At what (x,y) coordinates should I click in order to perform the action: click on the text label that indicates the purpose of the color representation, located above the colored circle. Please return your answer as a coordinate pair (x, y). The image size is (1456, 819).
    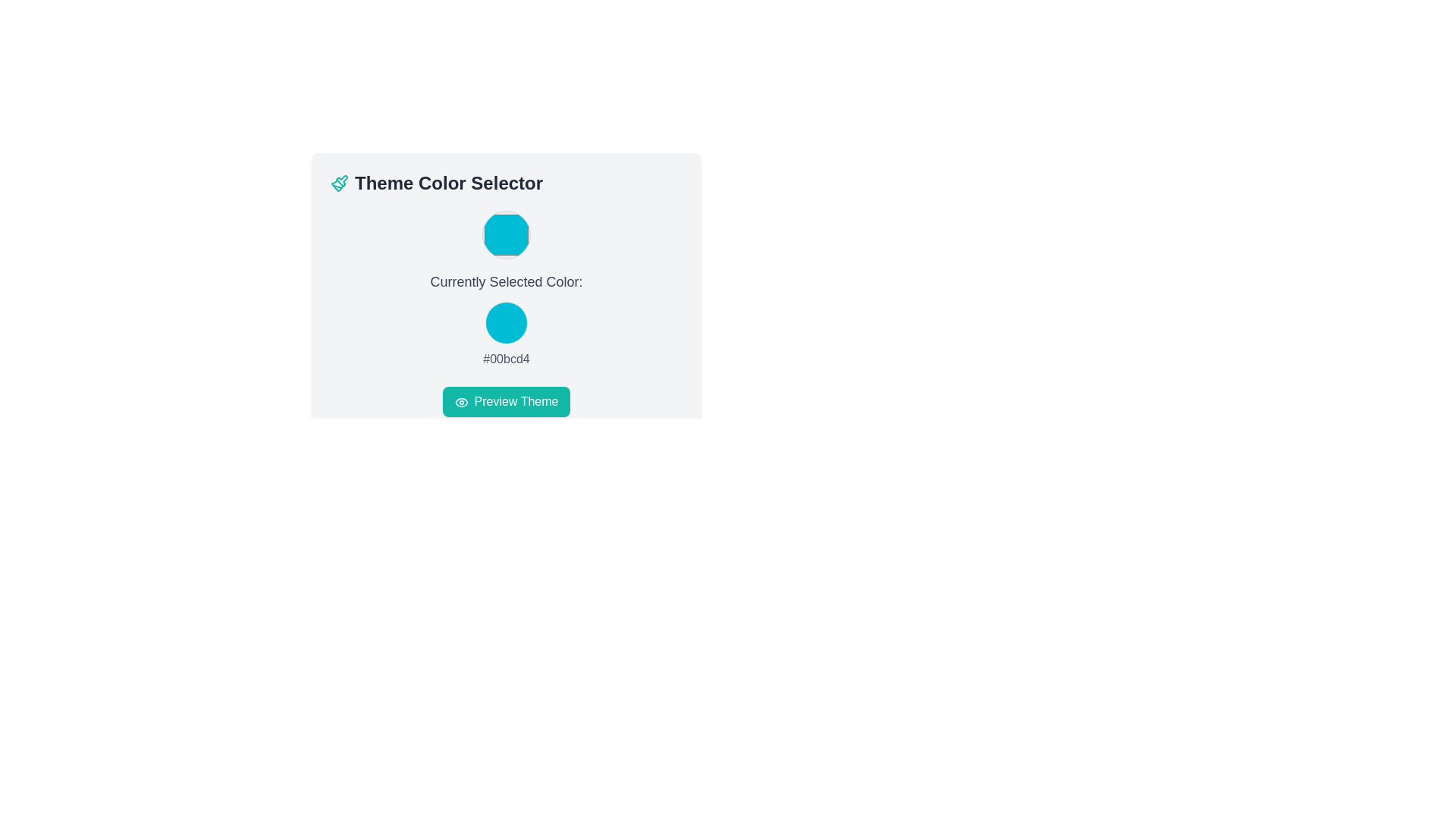
    Looking at the image, I should click on (506, 281).